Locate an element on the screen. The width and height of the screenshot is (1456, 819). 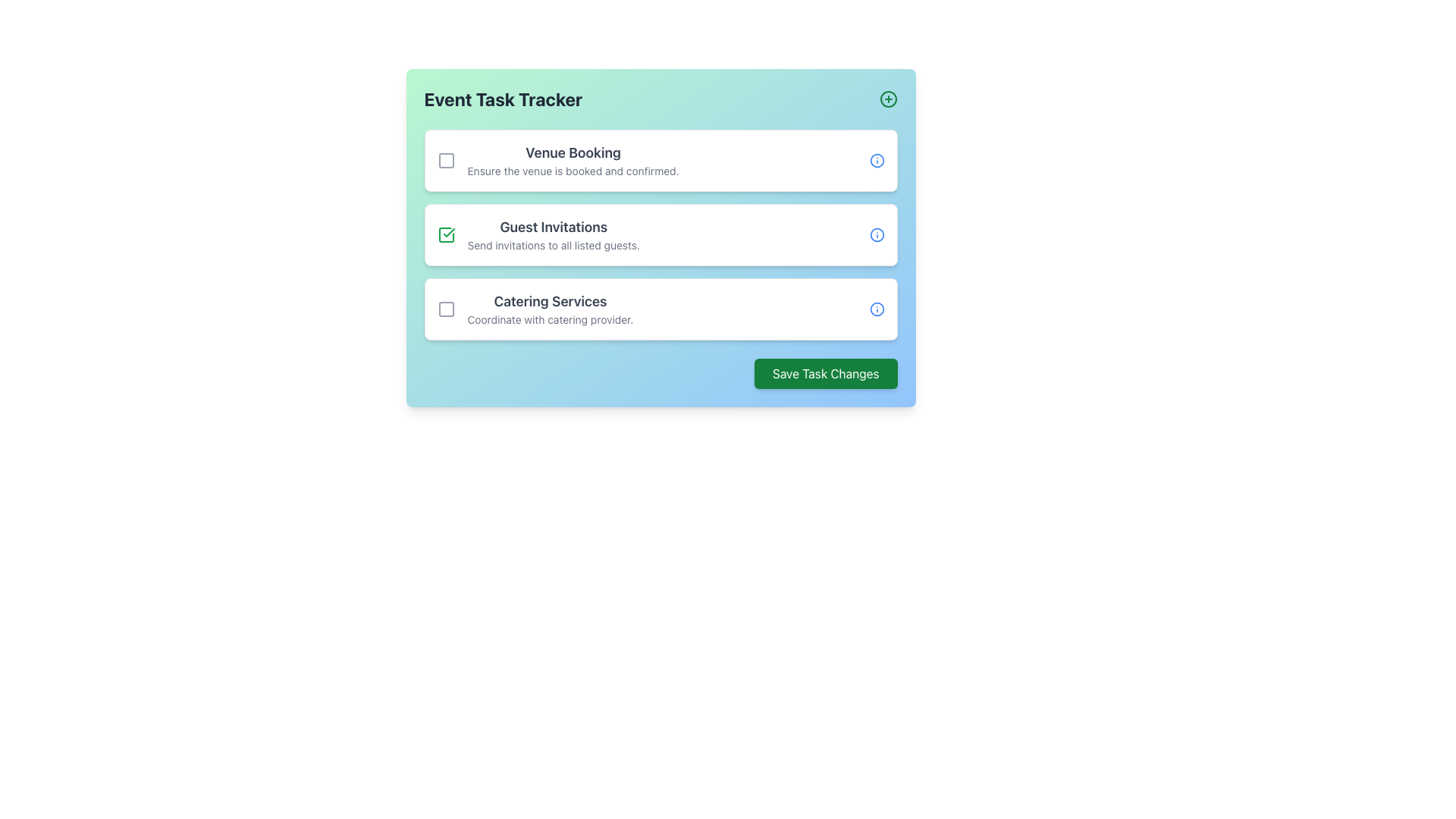
the green rectangular button labeled 'Save Task Changes' is located at coordinates (825, 374).